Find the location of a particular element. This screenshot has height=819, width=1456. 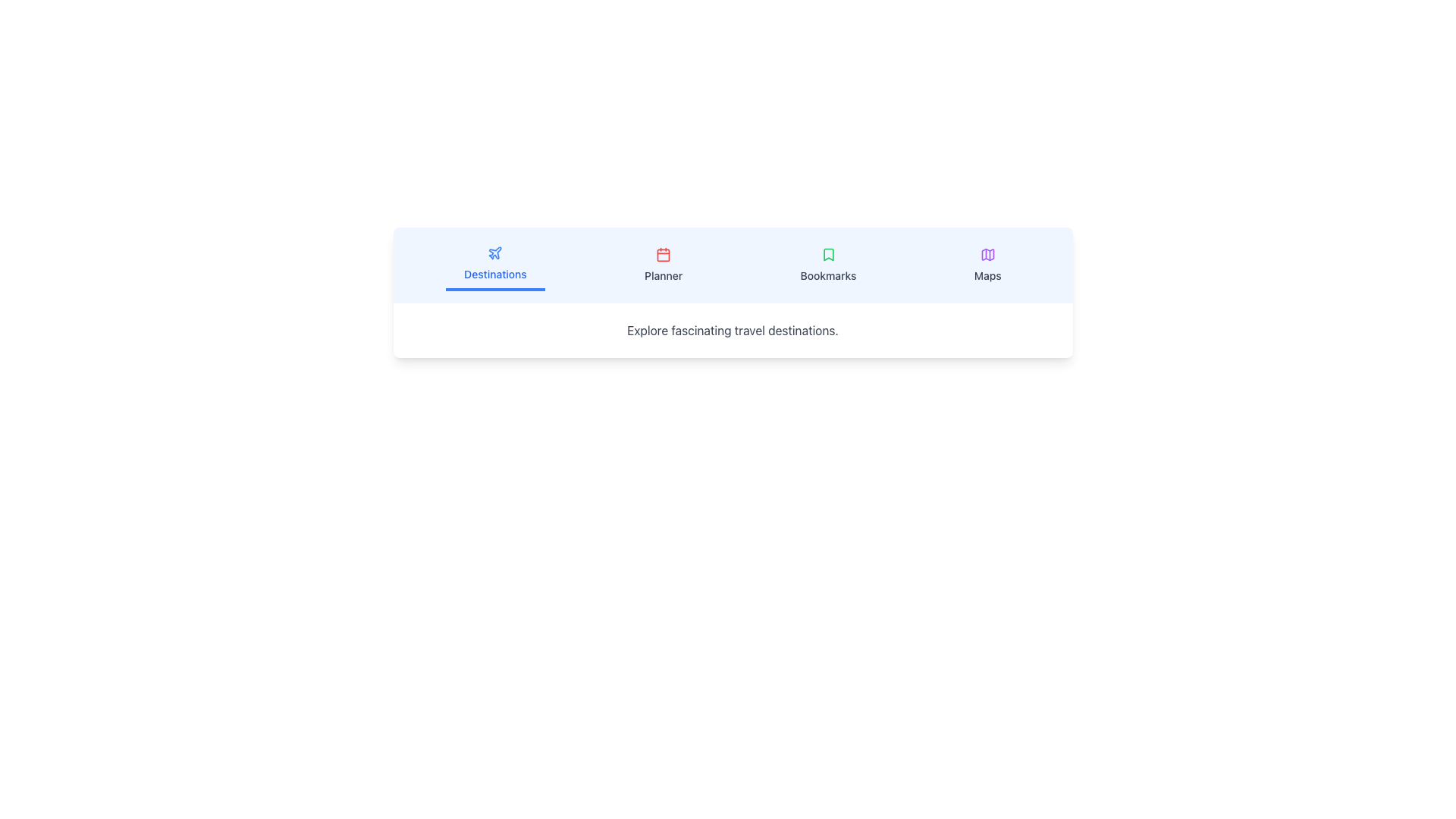

the purple map icon button labeled 'Maps' in the navigation bar is located at coordinates (987, 265).